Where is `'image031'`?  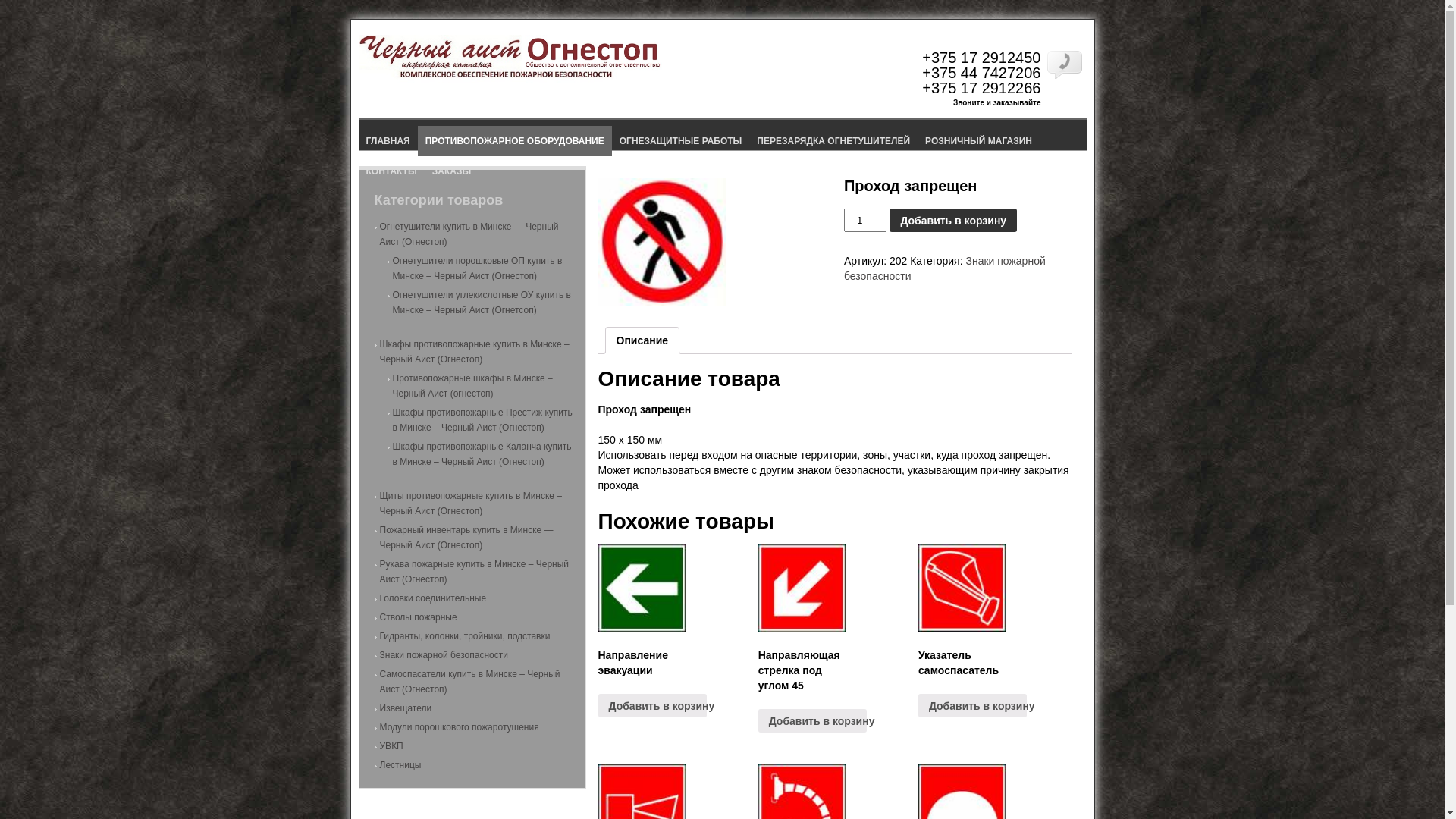 'image031' is located at coordinates (661, 241).